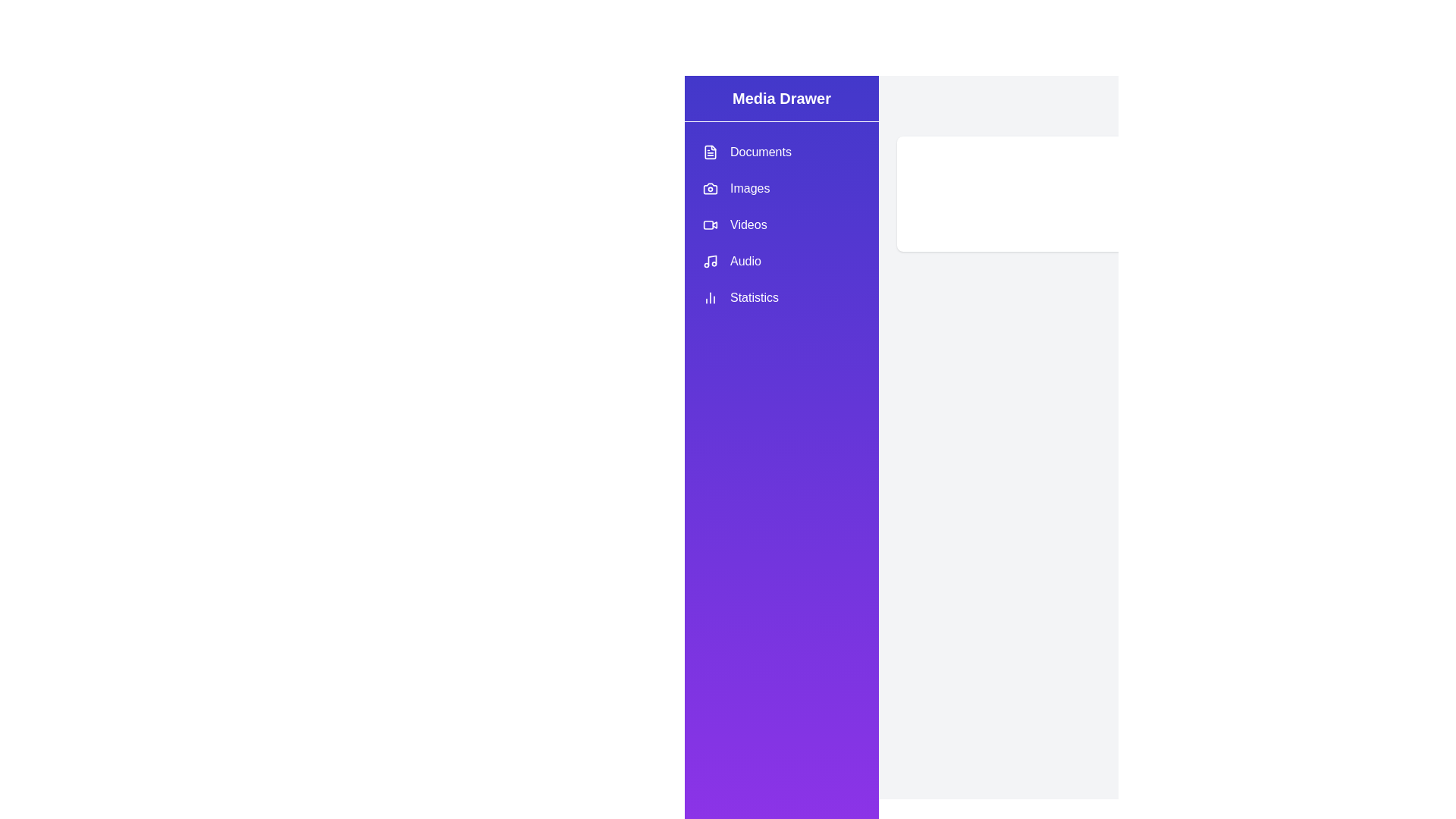 The image size is (1456, 819). I want to click on the category Audio in the drawer, so click(782, 260).